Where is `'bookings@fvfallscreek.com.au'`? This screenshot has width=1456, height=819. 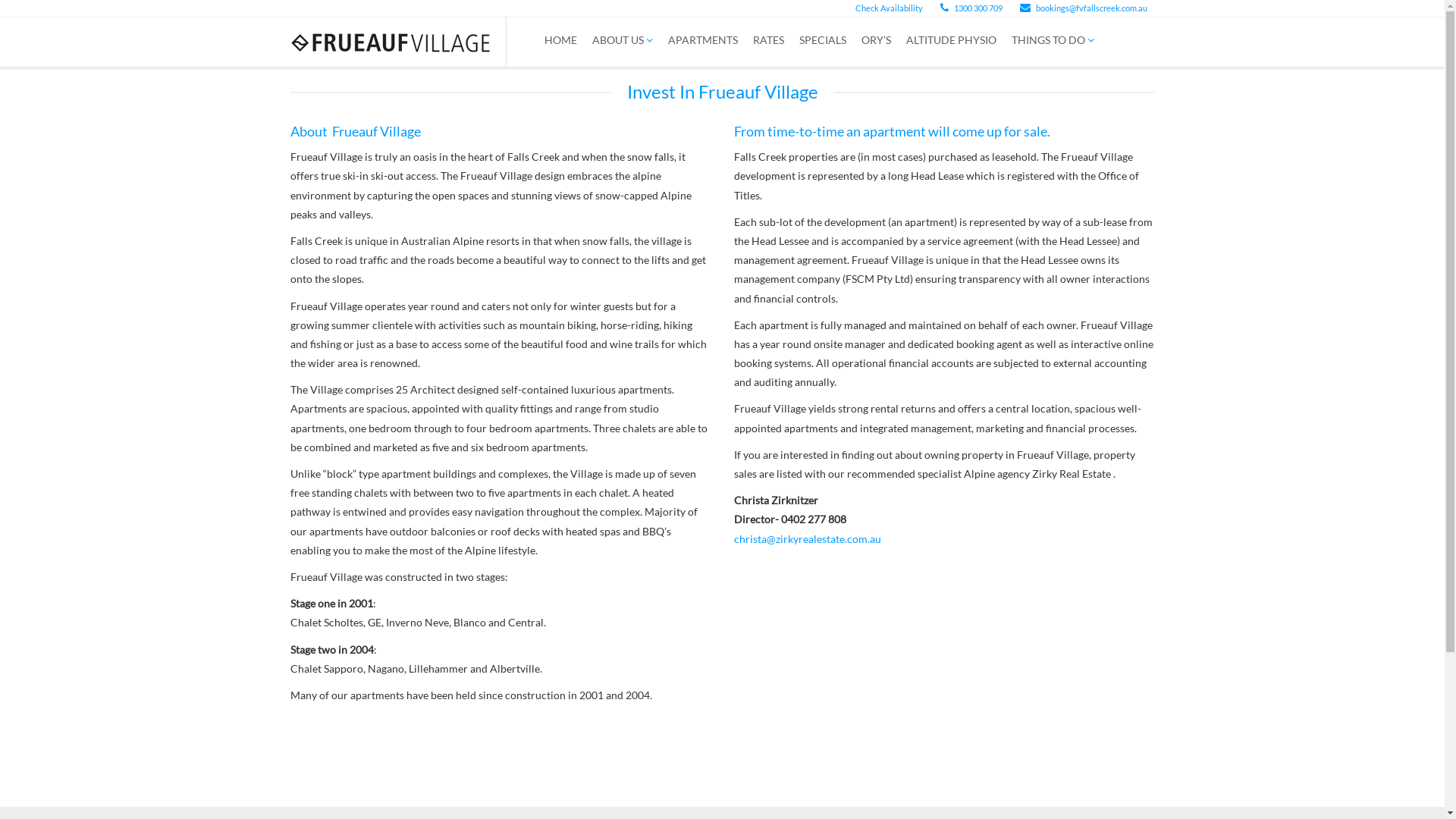 'bookings@fvfallscreek.com.au' is located at coordinates (1081, 8).